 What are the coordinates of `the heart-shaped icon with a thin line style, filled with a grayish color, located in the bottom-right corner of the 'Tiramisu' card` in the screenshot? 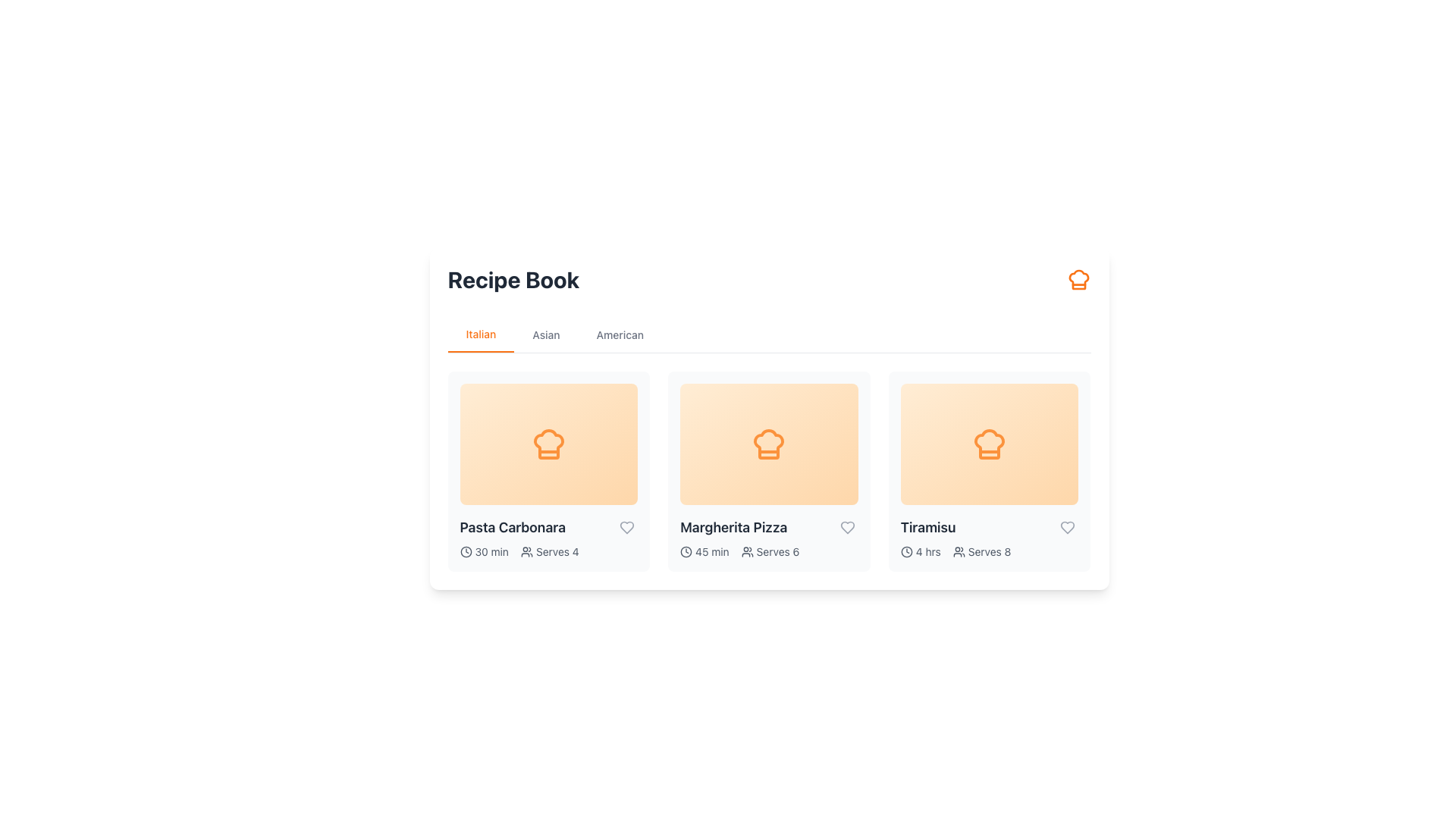 It's located at (1067, 526).